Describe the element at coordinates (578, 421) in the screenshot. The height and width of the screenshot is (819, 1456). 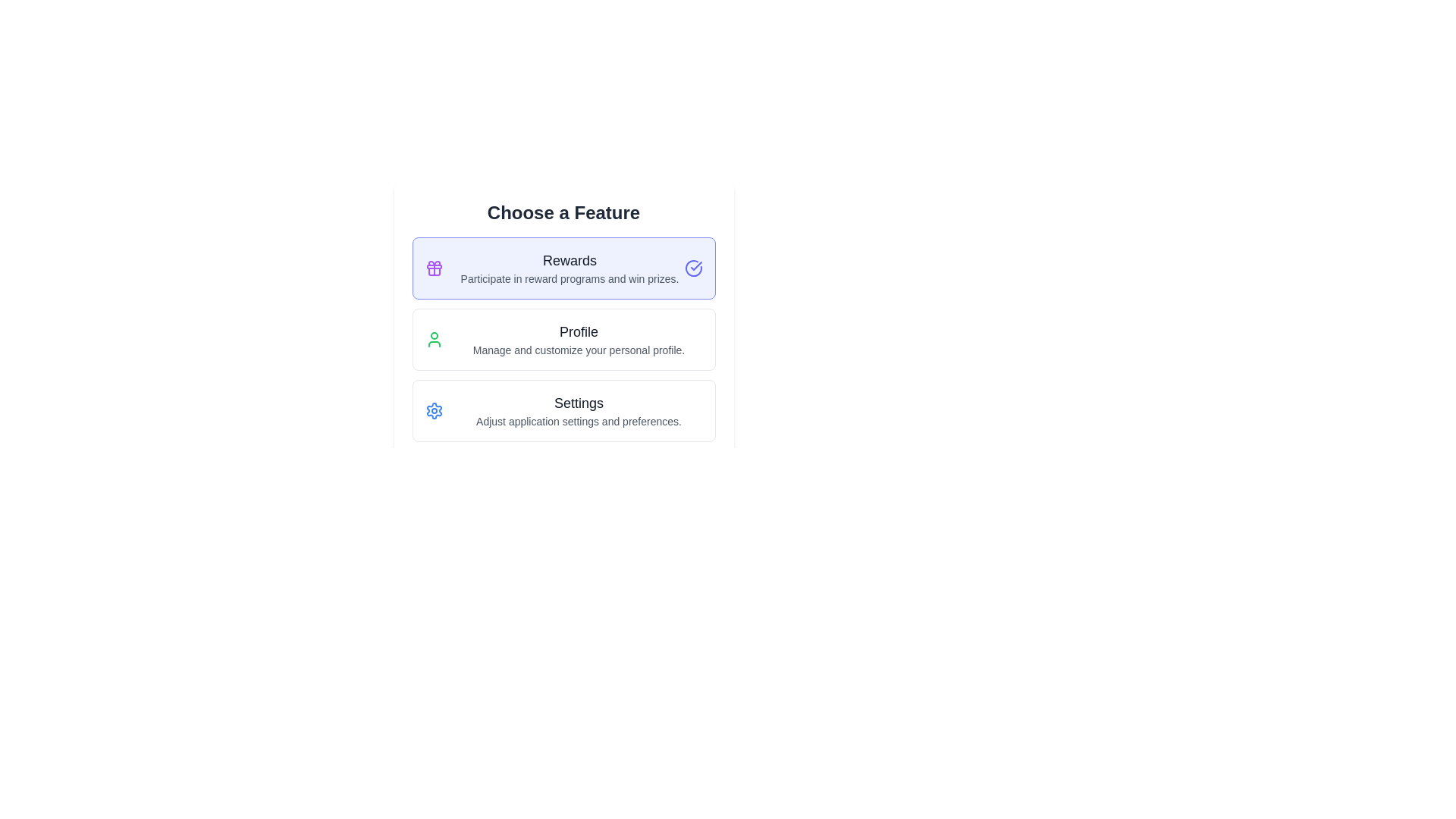
I see `the small gray text label that reads 'Adjust application settings and preferences.' located below the 'Settings' title` at that location.